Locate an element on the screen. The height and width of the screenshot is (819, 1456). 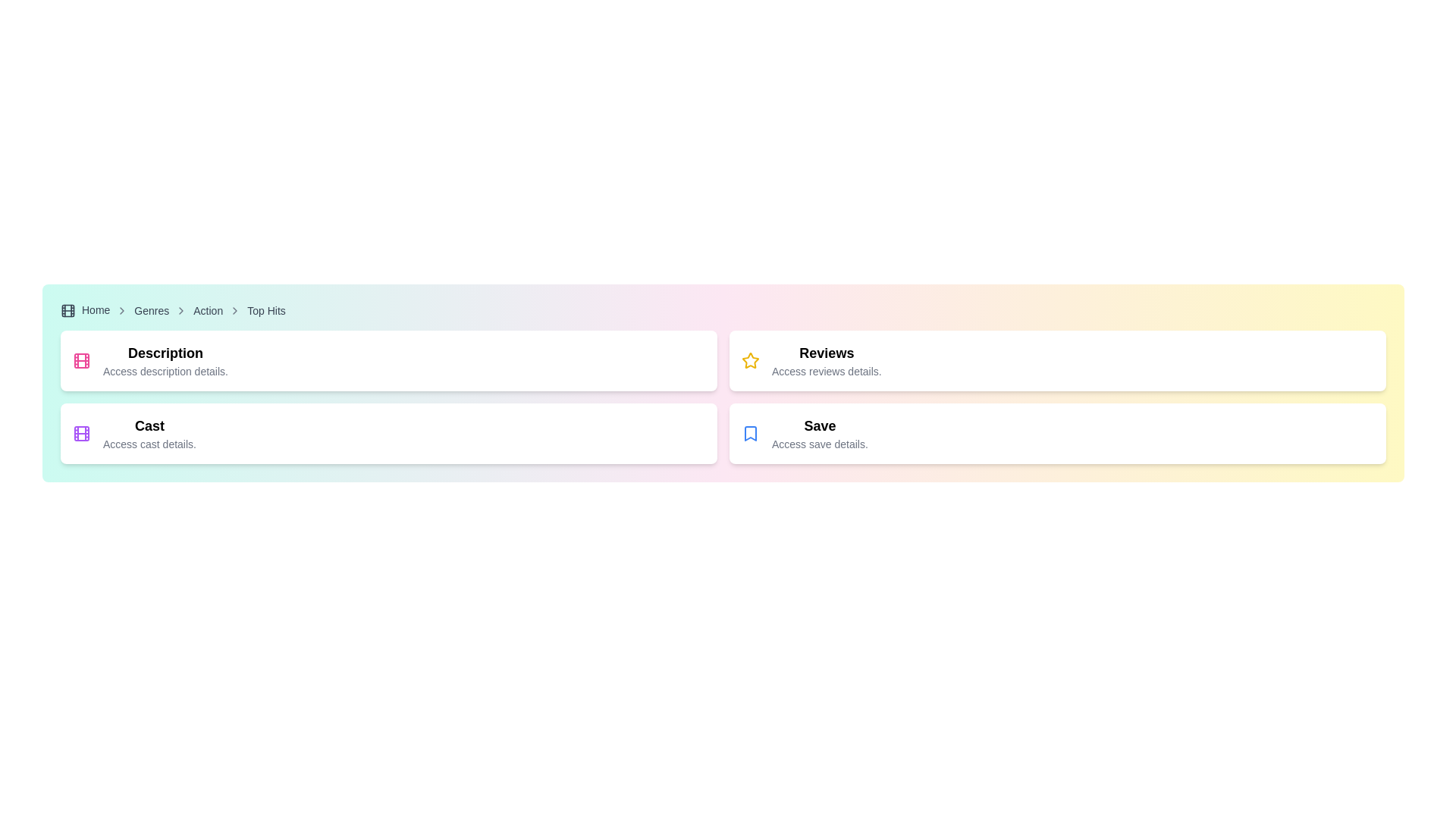
the fourth breadcrumb link in the navigation bar is located at coordinates (266, 309).